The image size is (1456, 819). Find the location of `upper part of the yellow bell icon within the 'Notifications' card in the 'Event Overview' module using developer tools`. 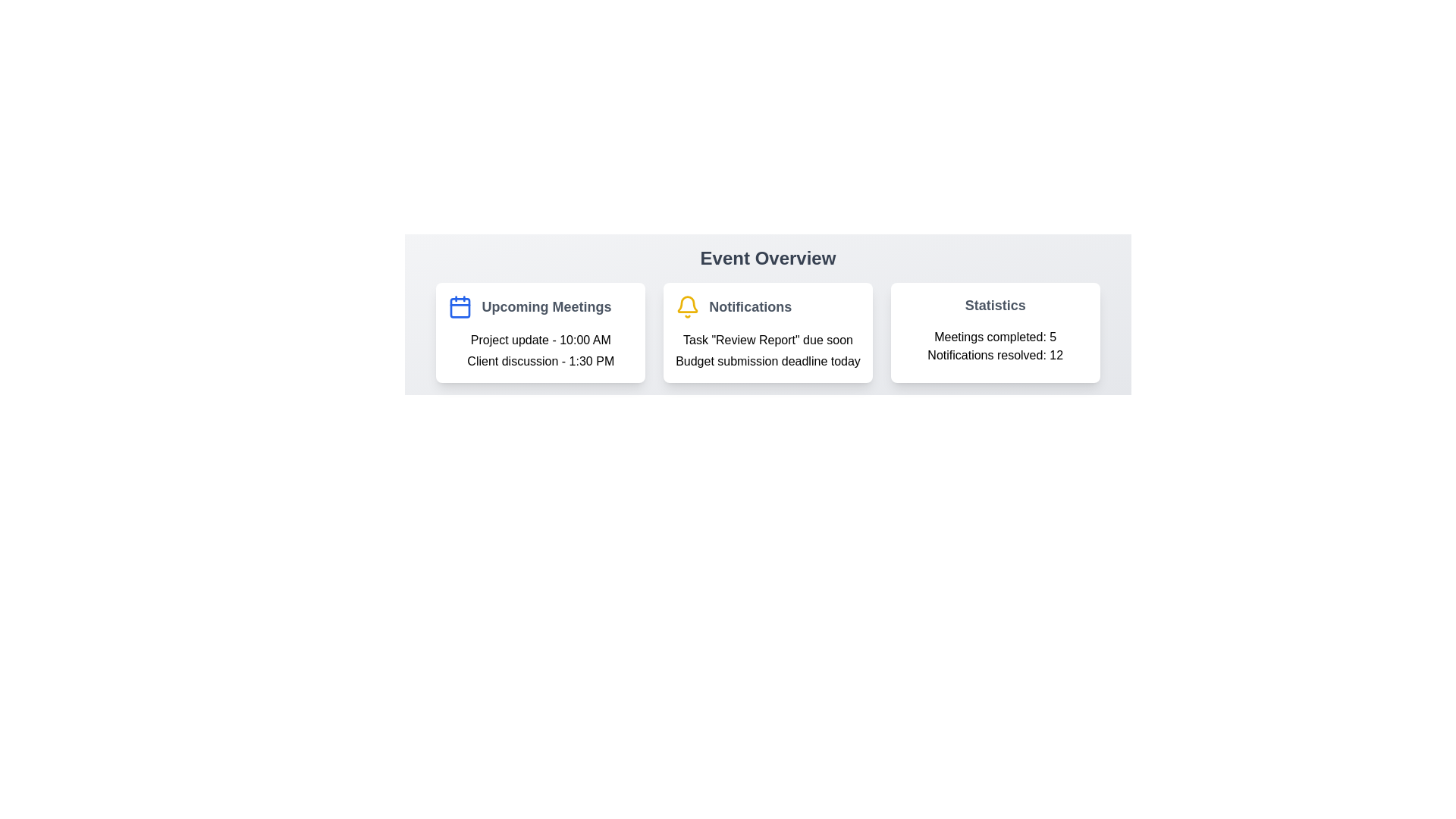

upper part of the yellow bell icon within the 'Notifications' card in the 'Event Overview' module using developer tools is located at coordinates (687, 304).